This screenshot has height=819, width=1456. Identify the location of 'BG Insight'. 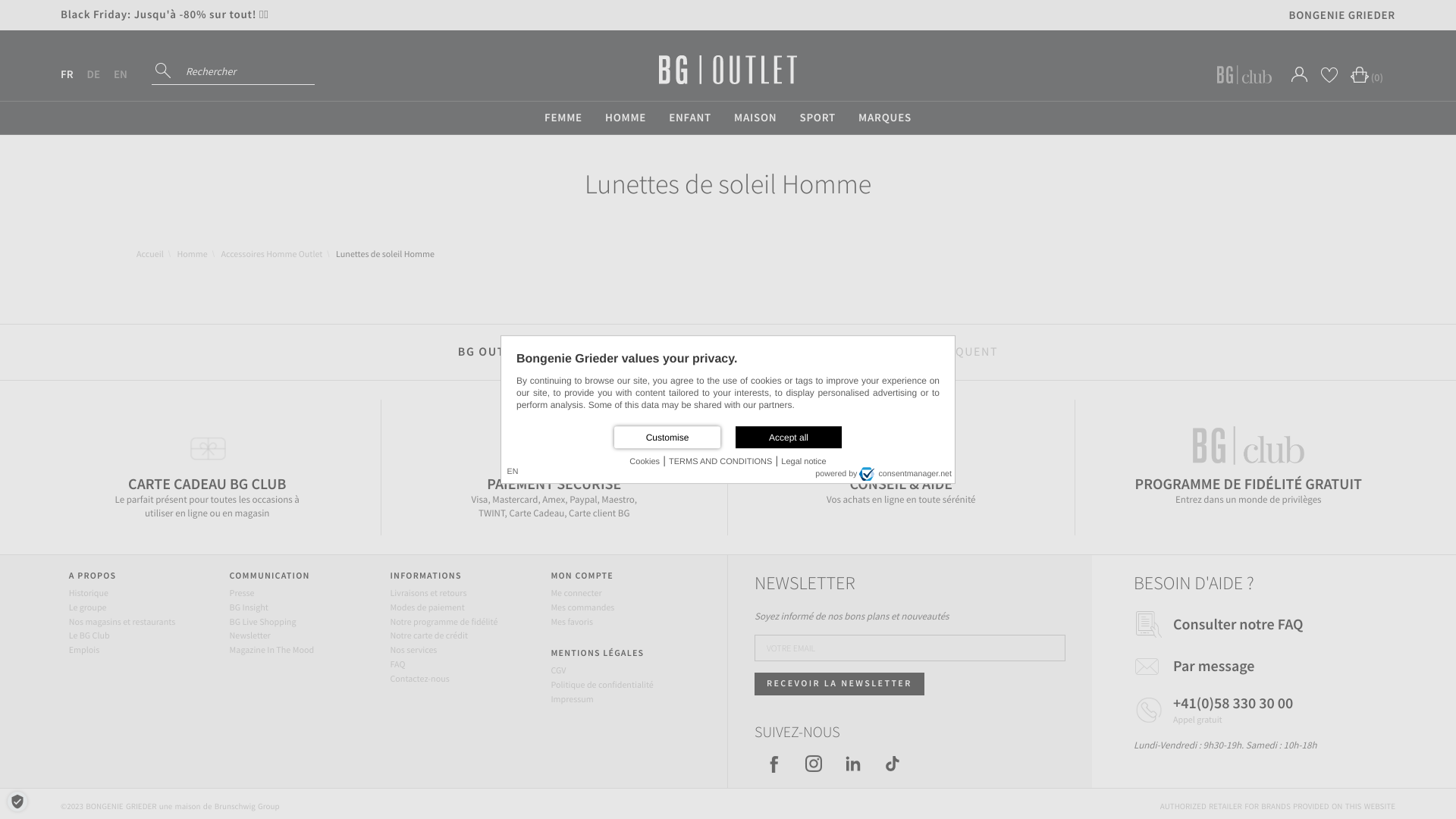
(249, 607).